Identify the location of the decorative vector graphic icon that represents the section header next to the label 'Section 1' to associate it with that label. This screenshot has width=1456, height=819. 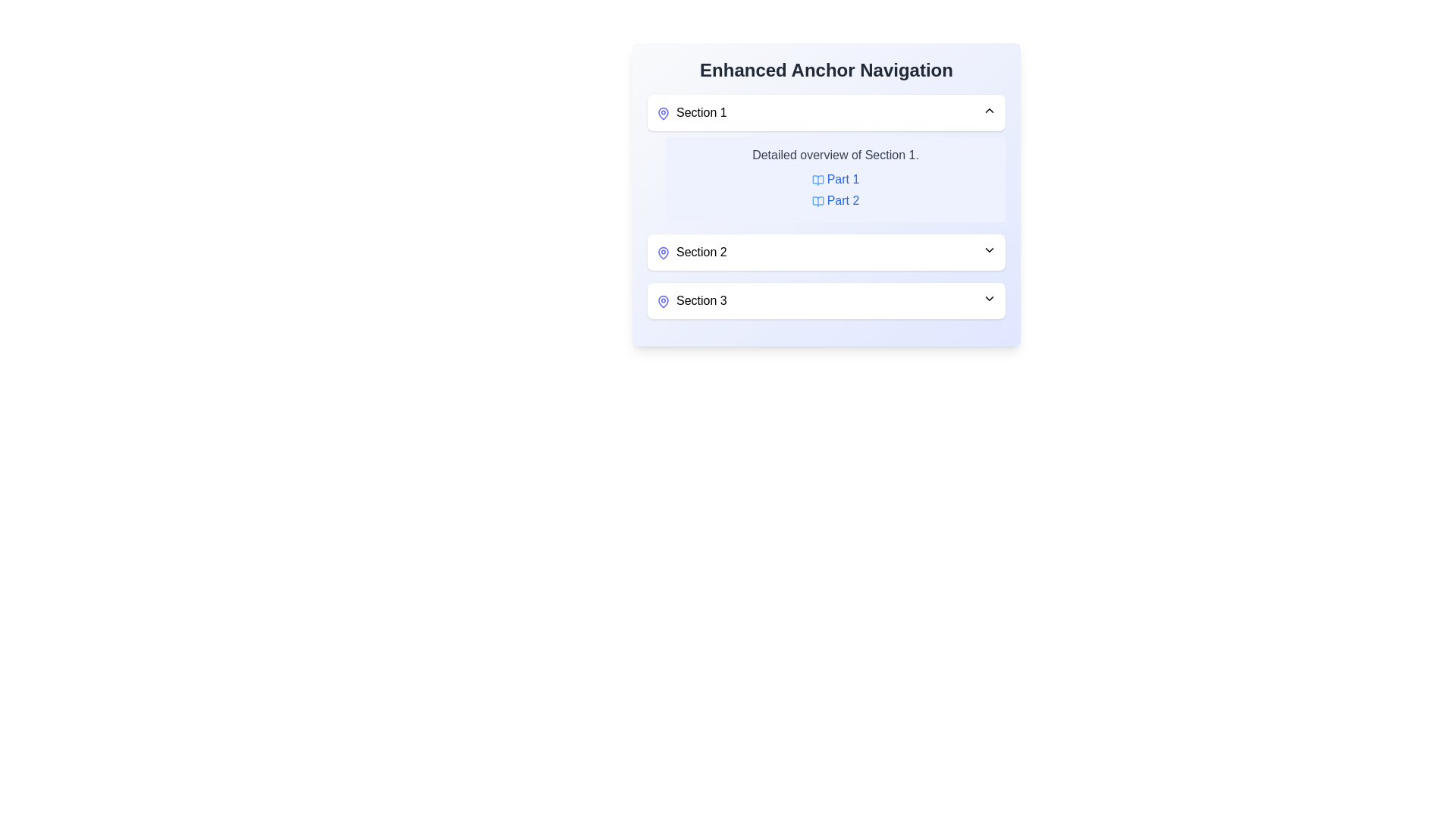
(663, 301).